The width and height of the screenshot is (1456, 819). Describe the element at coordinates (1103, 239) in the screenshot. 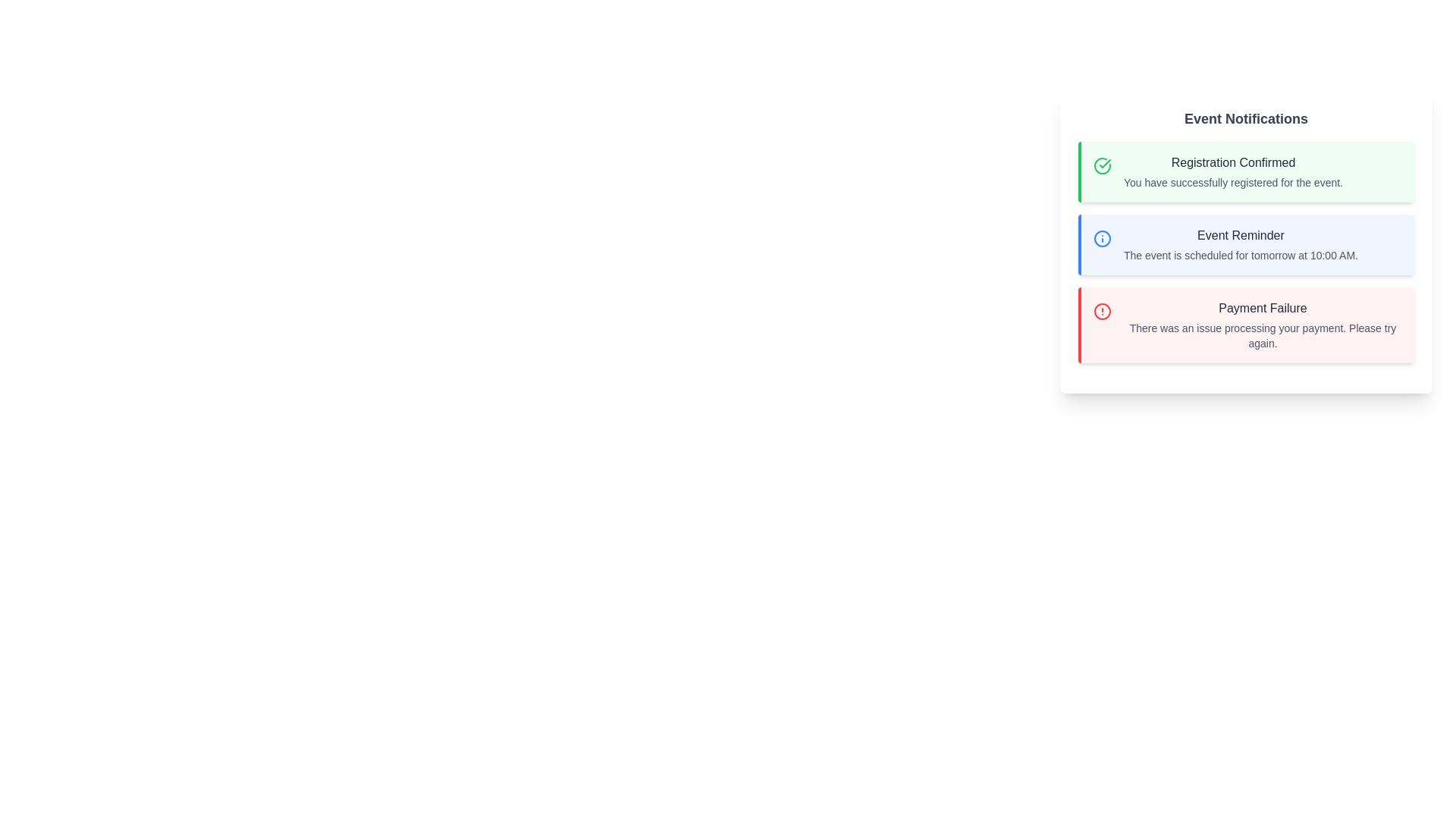

I see `the circular icon of the 'Event Reminder' card, which is visually identifiable by its blue background and descriptive text, located in the second card of the notification list` at that location.